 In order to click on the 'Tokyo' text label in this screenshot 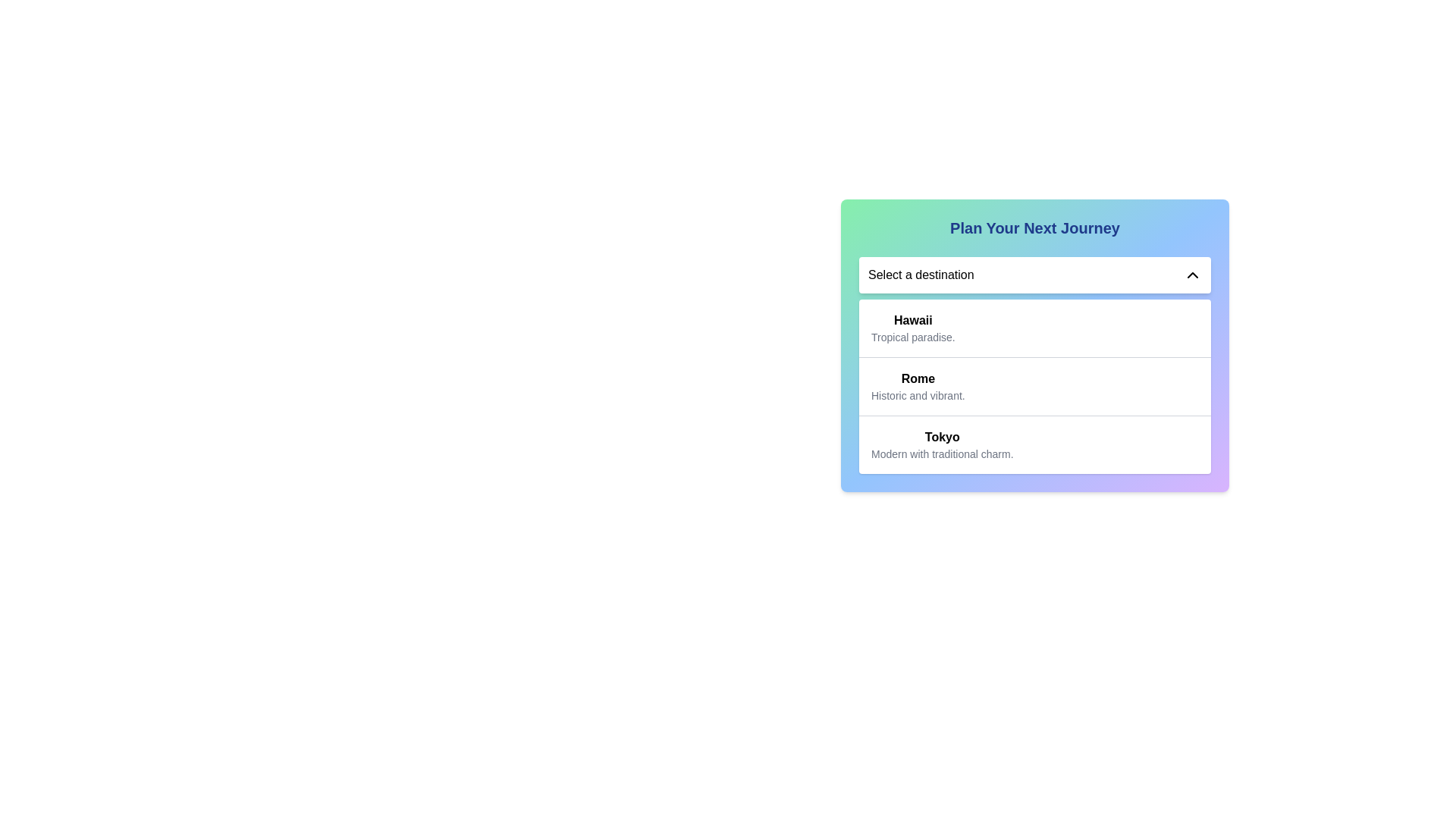, I will do `click(941, 438)`.